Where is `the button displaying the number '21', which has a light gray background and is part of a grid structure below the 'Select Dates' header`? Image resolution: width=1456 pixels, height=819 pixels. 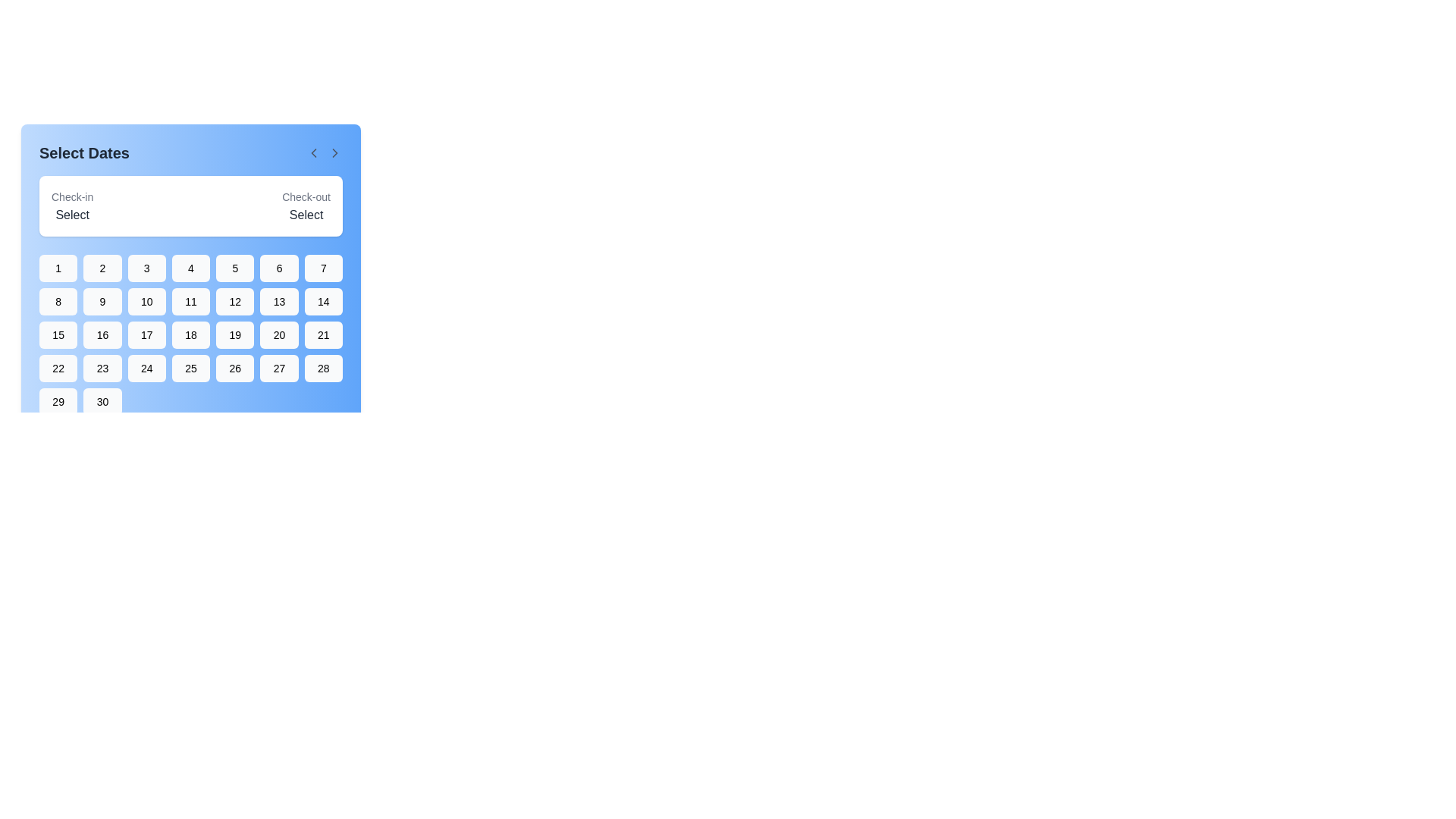
the button displaying the number '21', which has a light gray background and is part of a grid structure below the 'Select Dates' header is located at coordinates (322, 334).